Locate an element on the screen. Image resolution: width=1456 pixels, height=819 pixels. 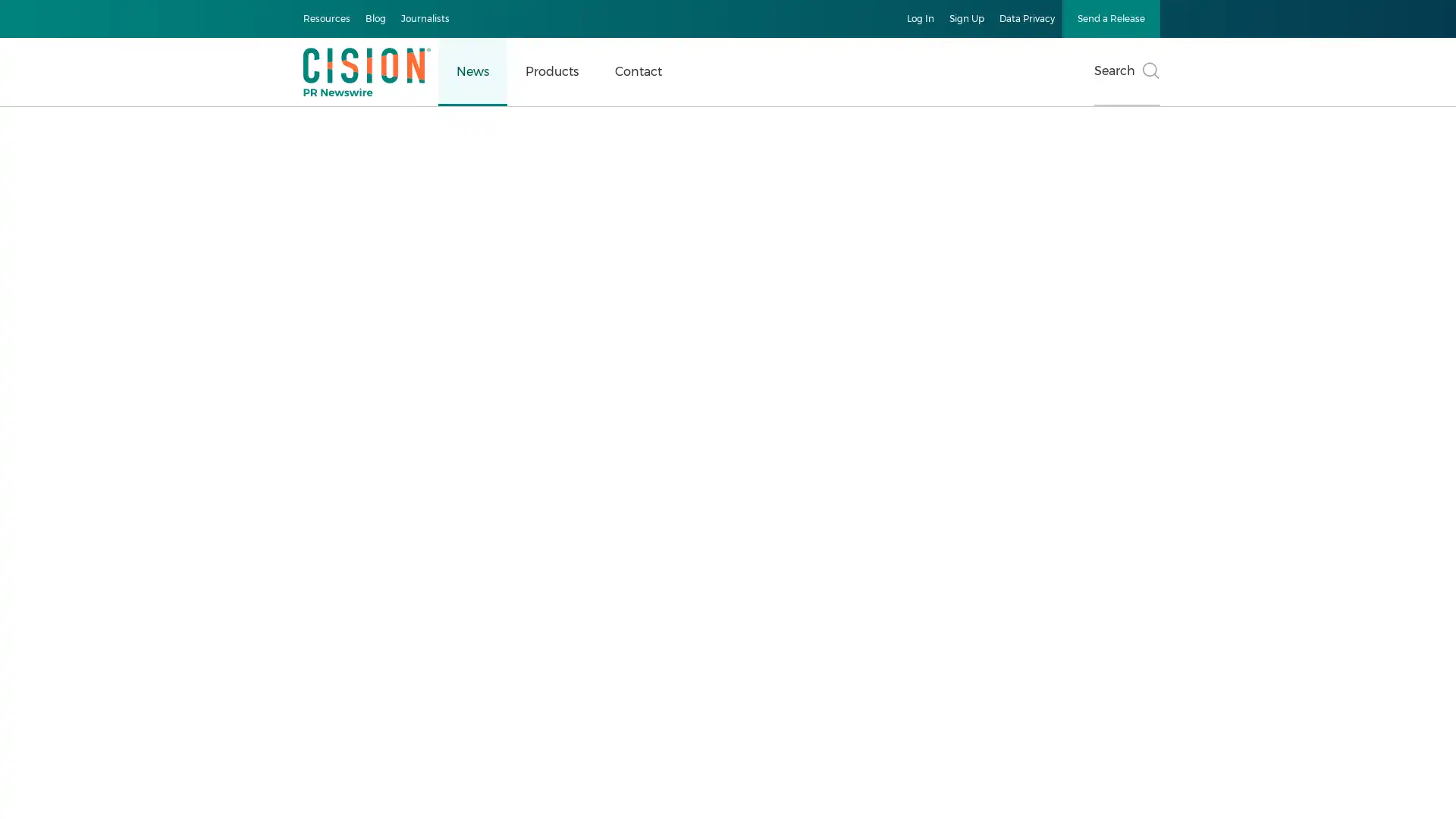
Socialgist is located at coordinates (941, 673).